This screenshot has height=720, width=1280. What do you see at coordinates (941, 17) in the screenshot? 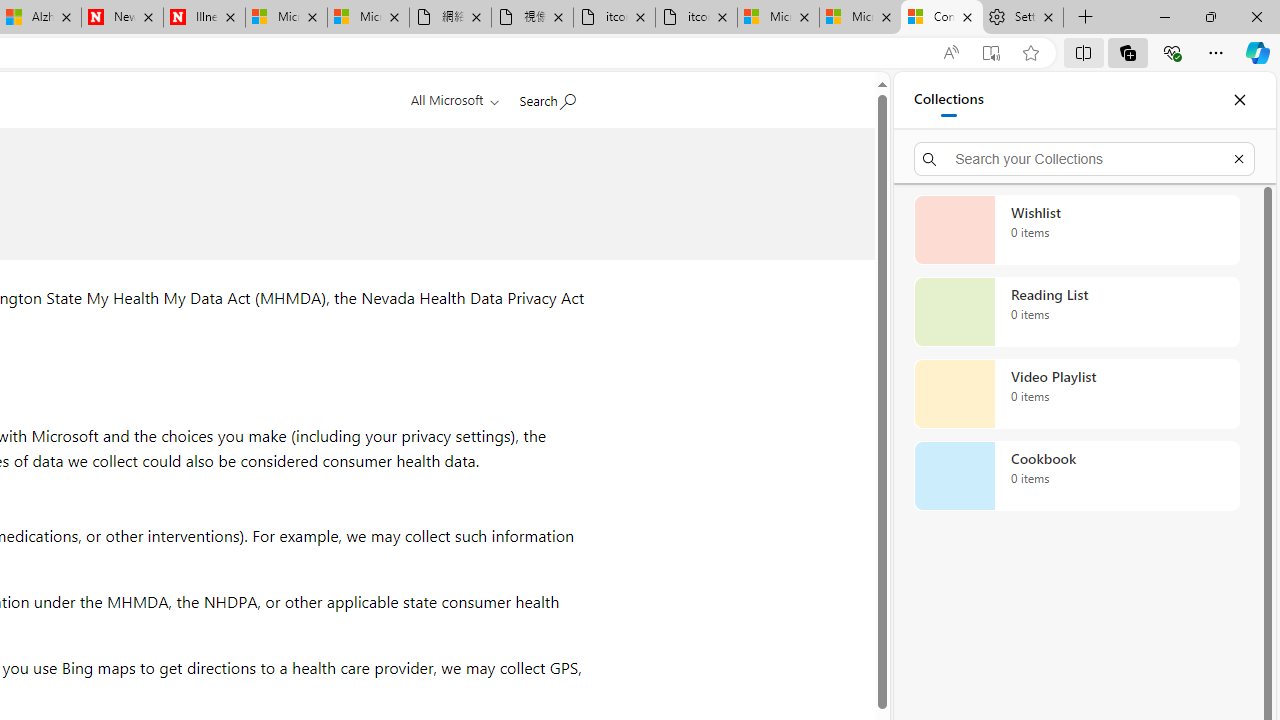
I see `'Consumer Health Data Privacy Policy'` at bounding box center [941, 17].